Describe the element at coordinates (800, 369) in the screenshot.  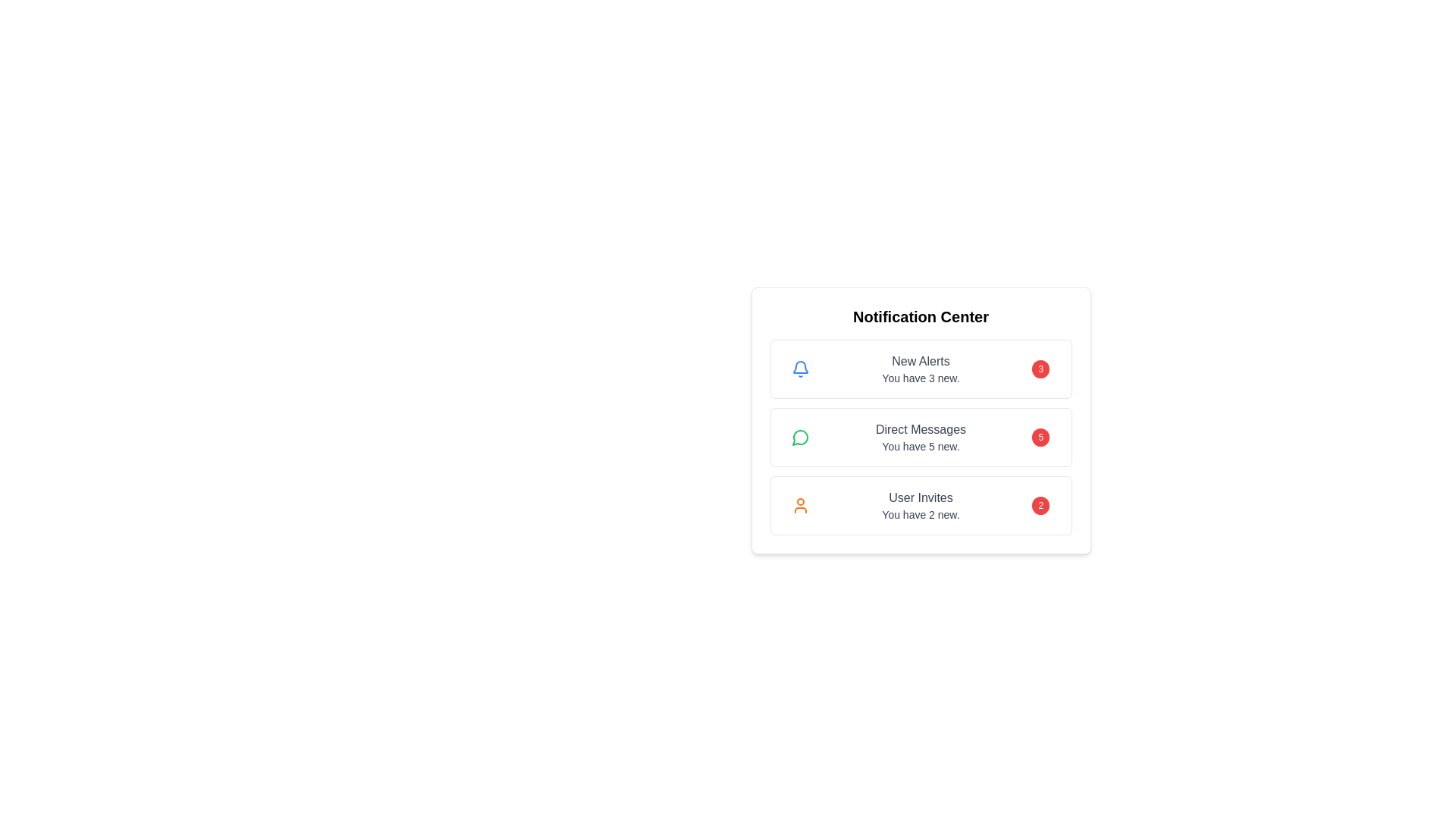
I see `the bell-shaped icon indicating notifications in the top-left corner of the first notification entry in the 'Notification Center' module, which is adjacent to the text label 'New Alerts'` at that location.